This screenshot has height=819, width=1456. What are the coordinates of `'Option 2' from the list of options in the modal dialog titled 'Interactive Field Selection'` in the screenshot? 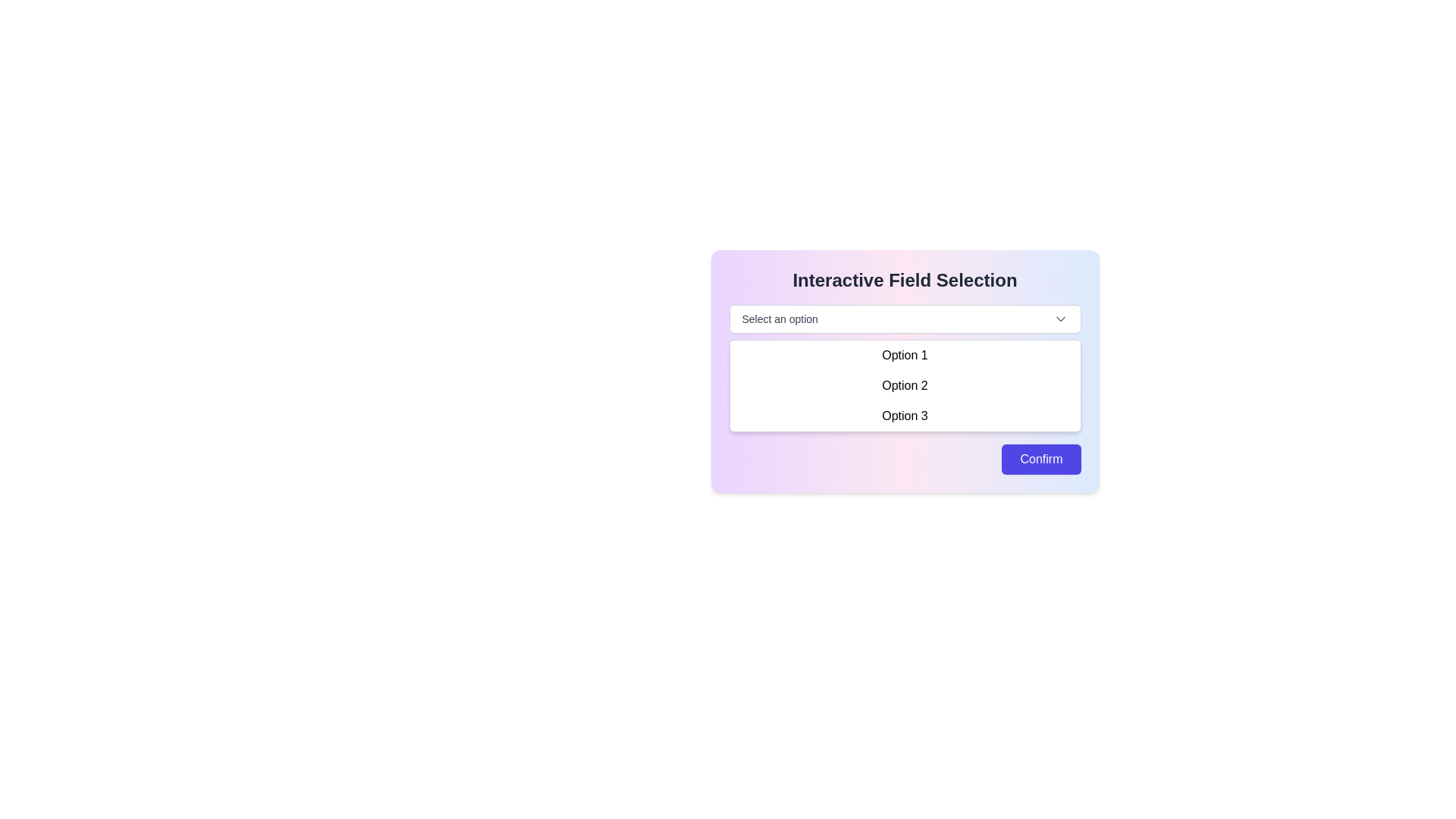 It's located at (905, 385).